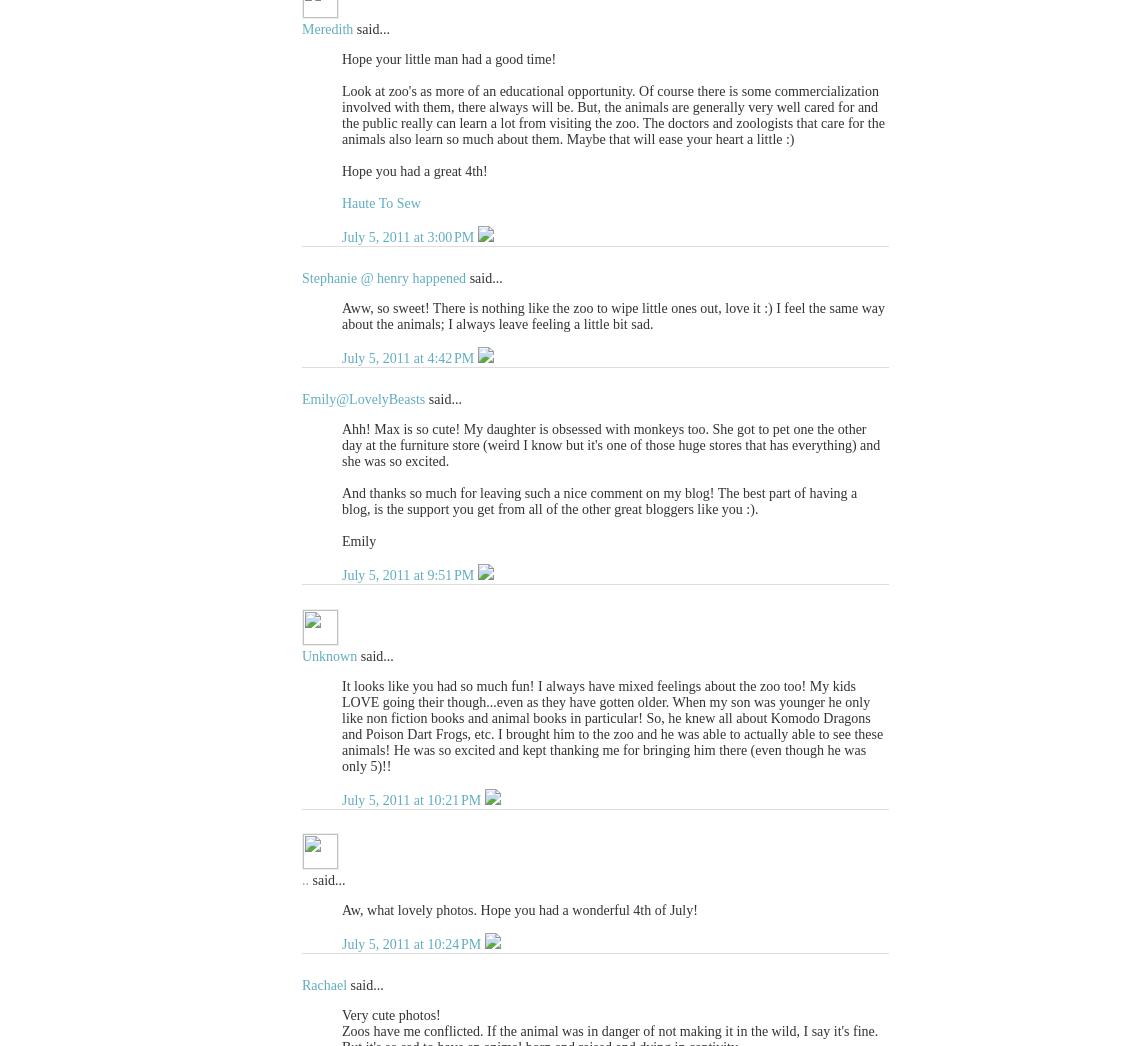 The image size is (1133, 1046). Describe the element at coordinates (342, 203) in the screenshot. I see `'Haute To Sew'` at that location.